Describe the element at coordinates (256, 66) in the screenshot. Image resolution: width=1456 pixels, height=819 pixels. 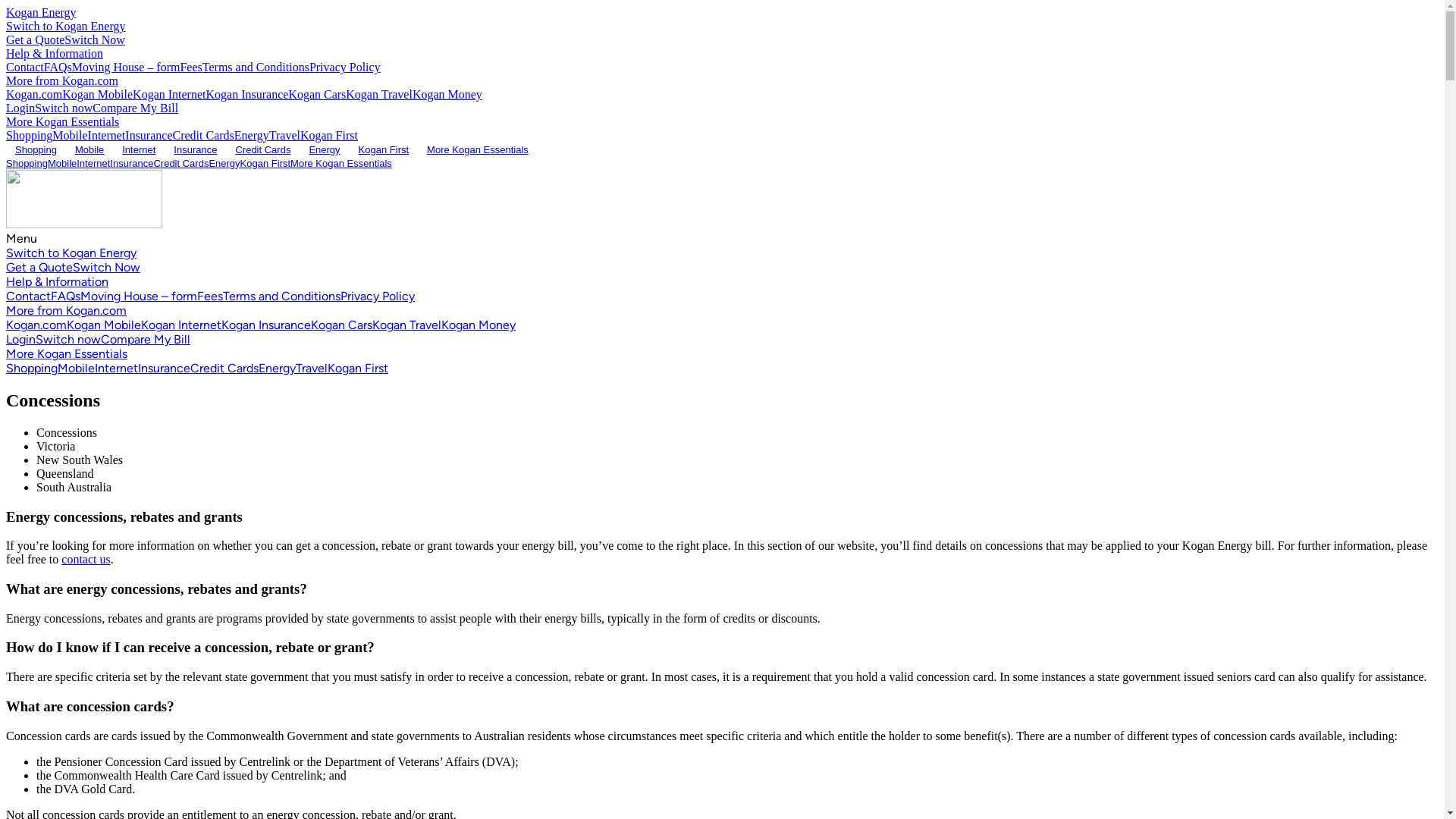
I see `'Terms and Conditions'` at that location.